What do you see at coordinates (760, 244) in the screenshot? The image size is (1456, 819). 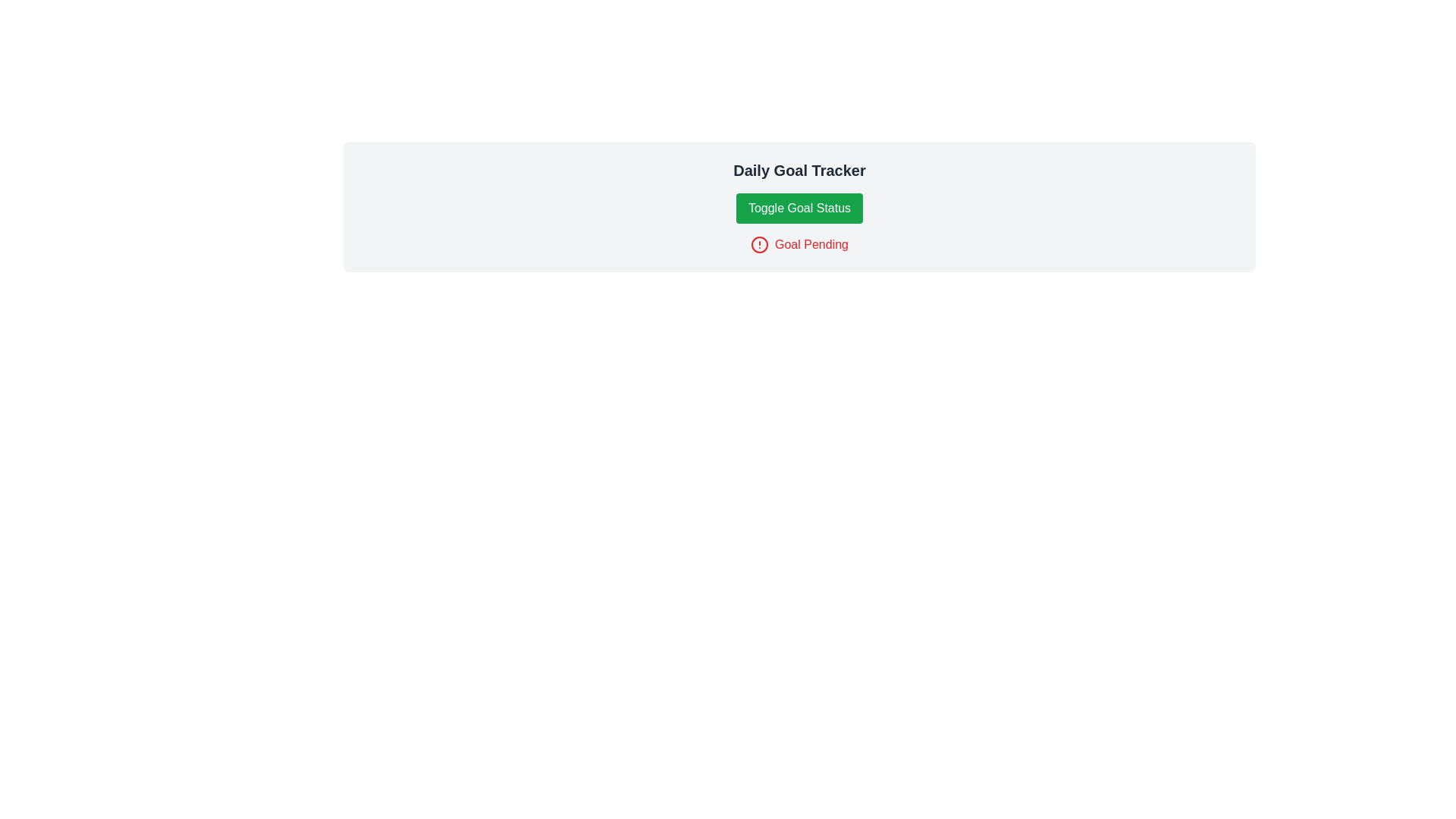 I see `the circular shape within the SVG graphic of the alert icon` at bounding box center [760, 244].